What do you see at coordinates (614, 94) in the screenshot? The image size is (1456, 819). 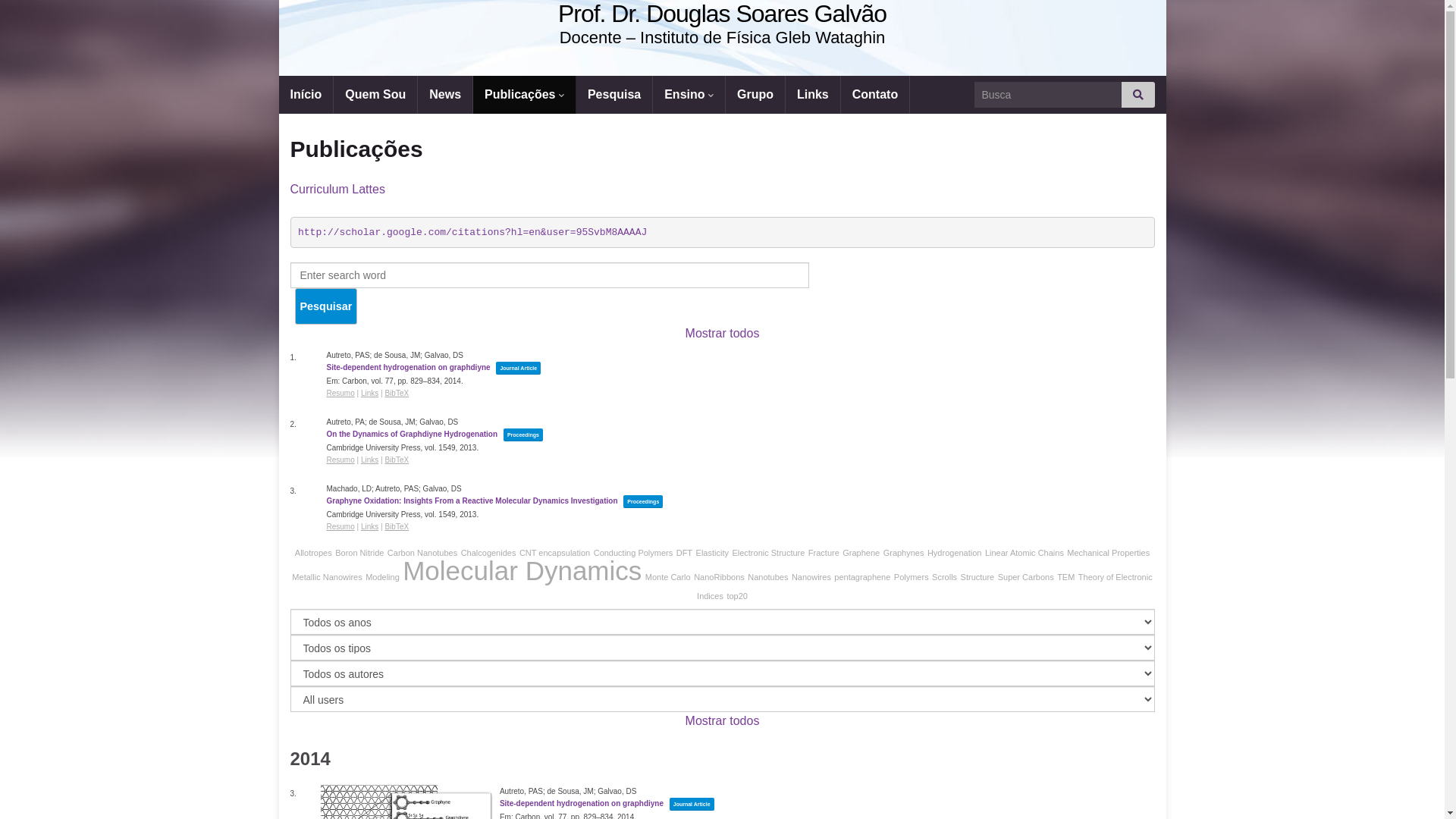 I see `'Pesquisa'` at bounding box center [614, 94].